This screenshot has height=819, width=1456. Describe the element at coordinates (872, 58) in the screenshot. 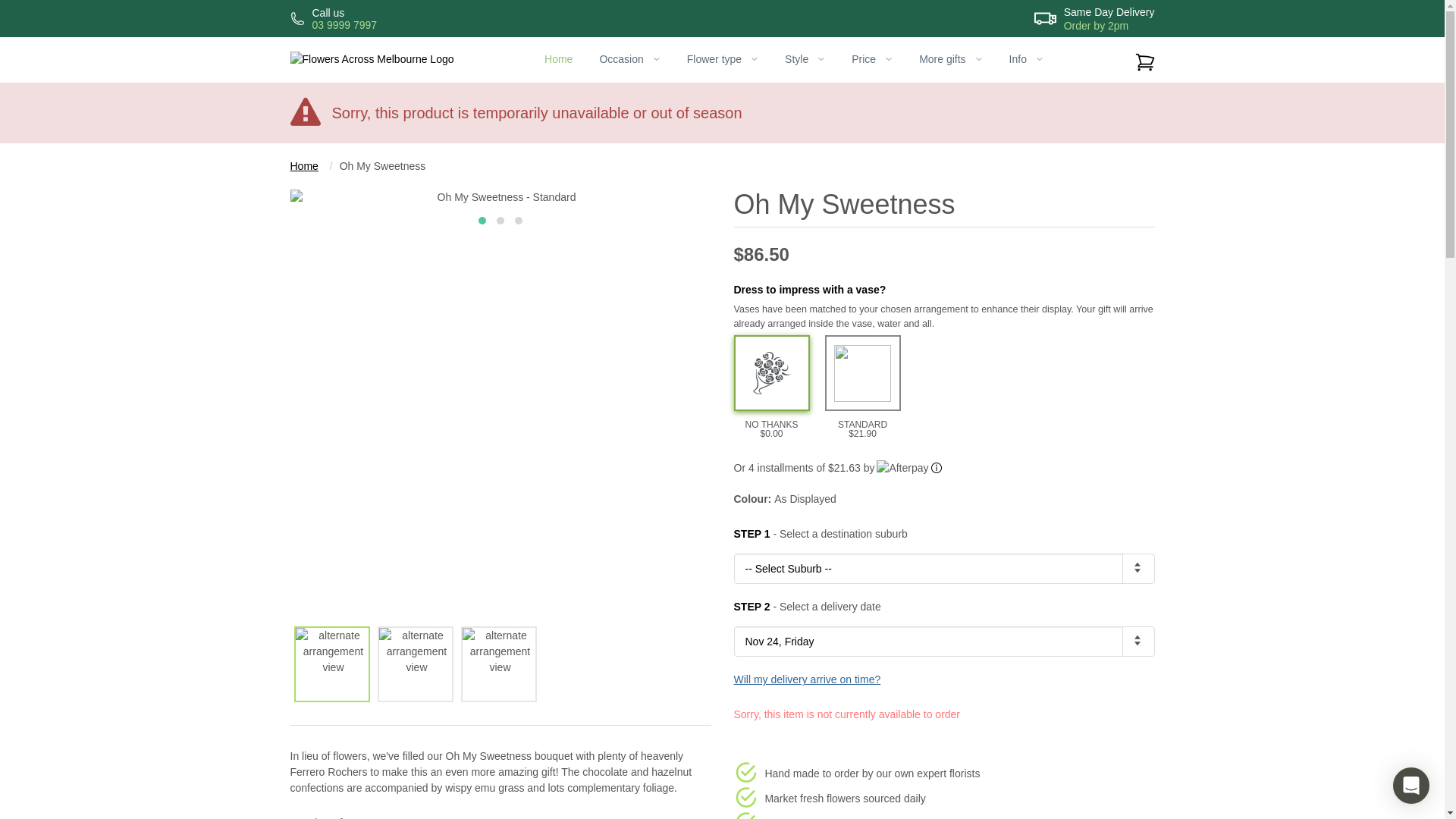

I see `'Price'` at that location.